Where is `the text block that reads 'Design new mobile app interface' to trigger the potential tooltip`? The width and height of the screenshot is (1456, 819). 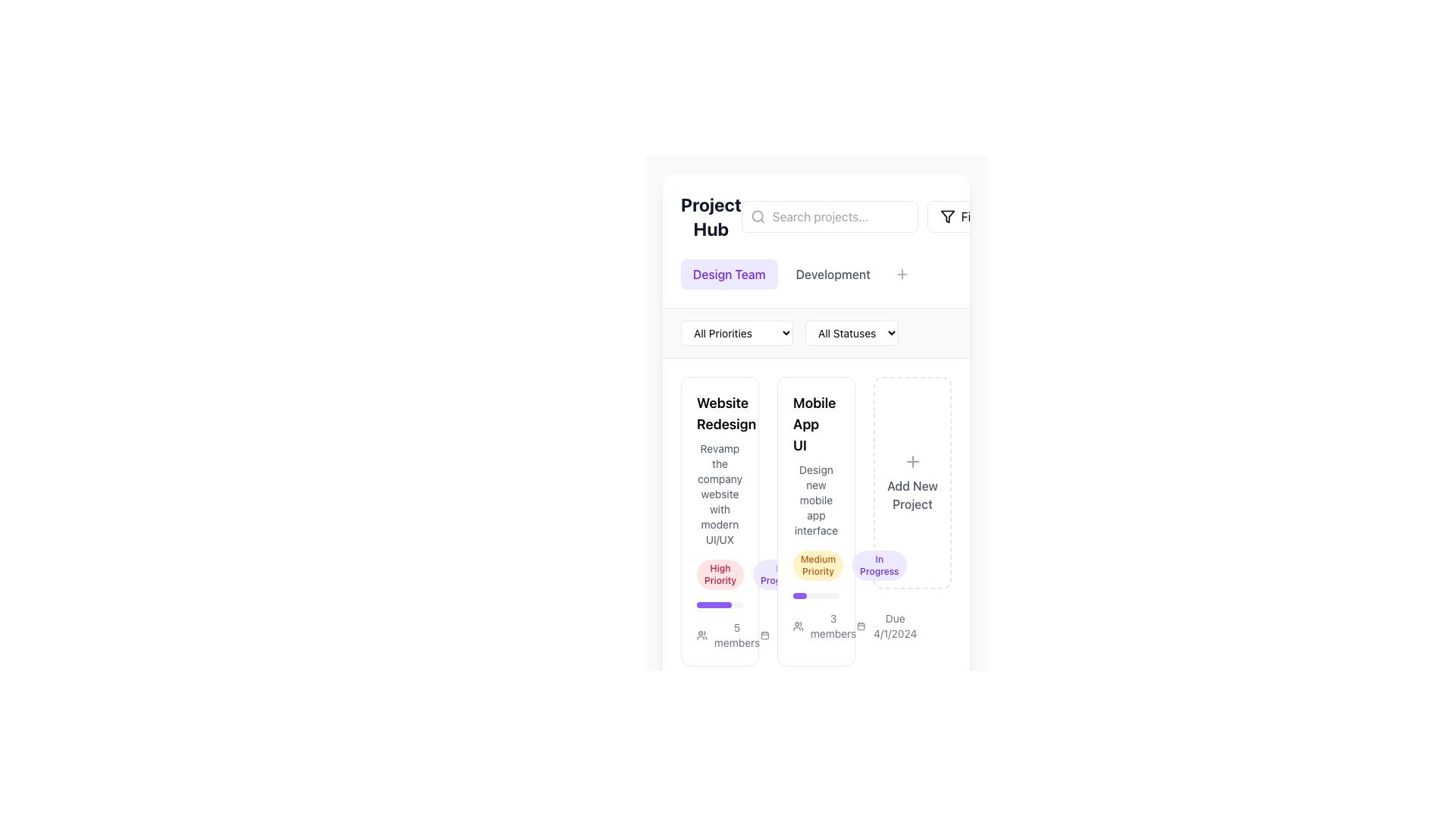 the text block that reads 'Design new mobile app interface' to trigger the potential tooltip is located at coordinates (815, 500).